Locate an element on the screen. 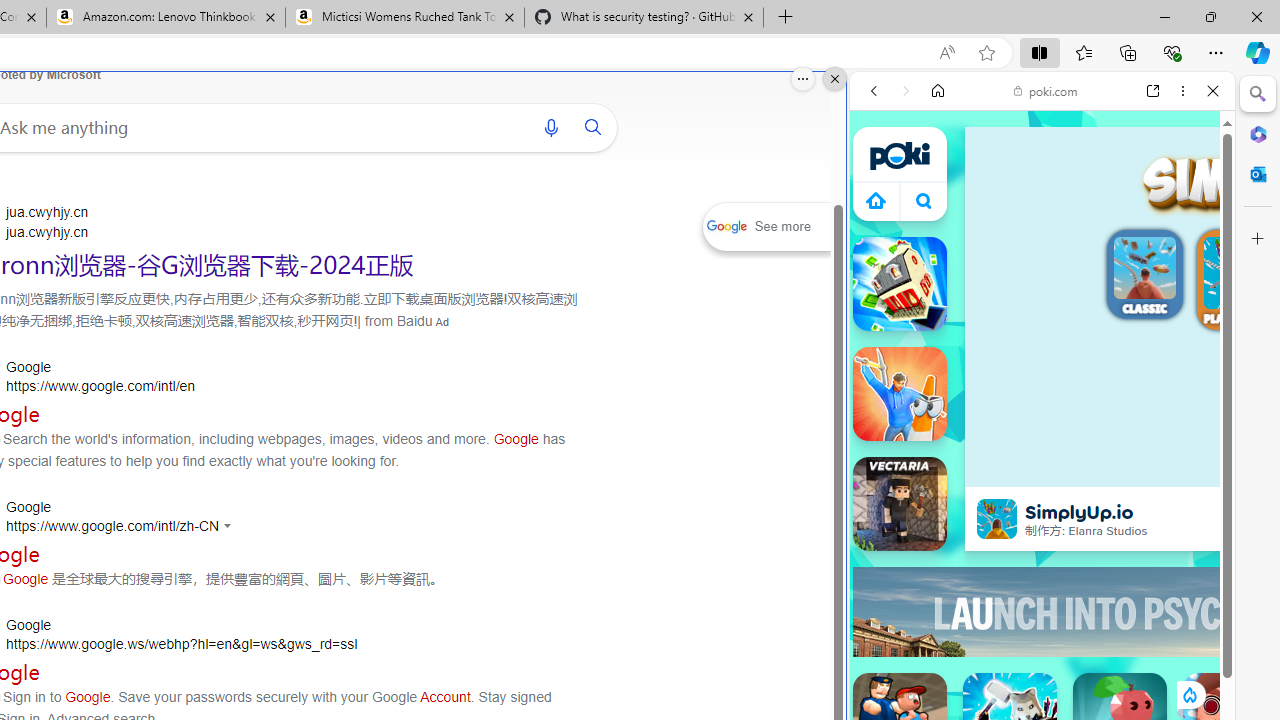  'Simply Prop Hunt Simply Prop Hunt' is located at coordinates (898, 393).